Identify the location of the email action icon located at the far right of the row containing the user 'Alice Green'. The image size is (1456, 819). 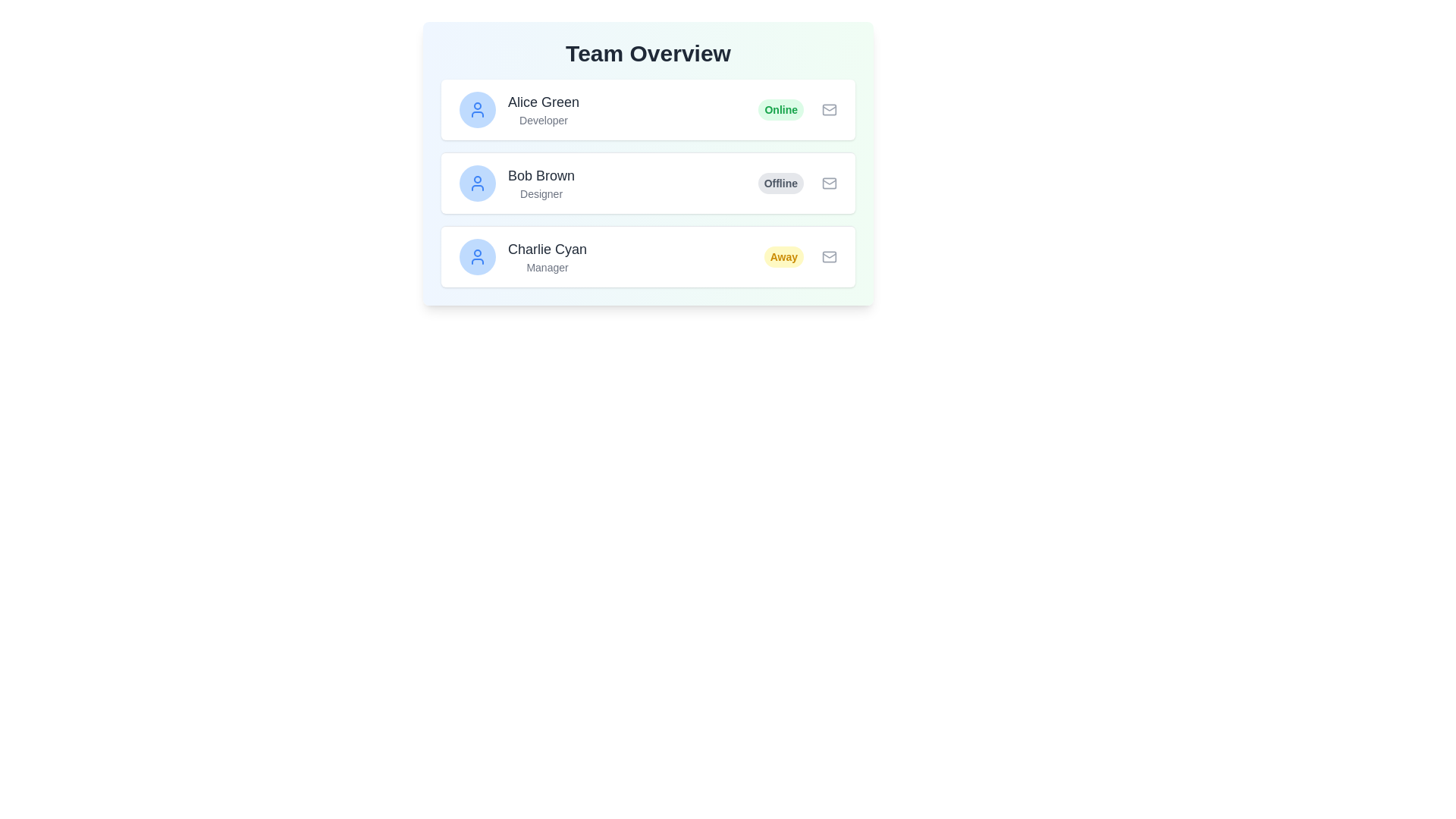
(829, 109).